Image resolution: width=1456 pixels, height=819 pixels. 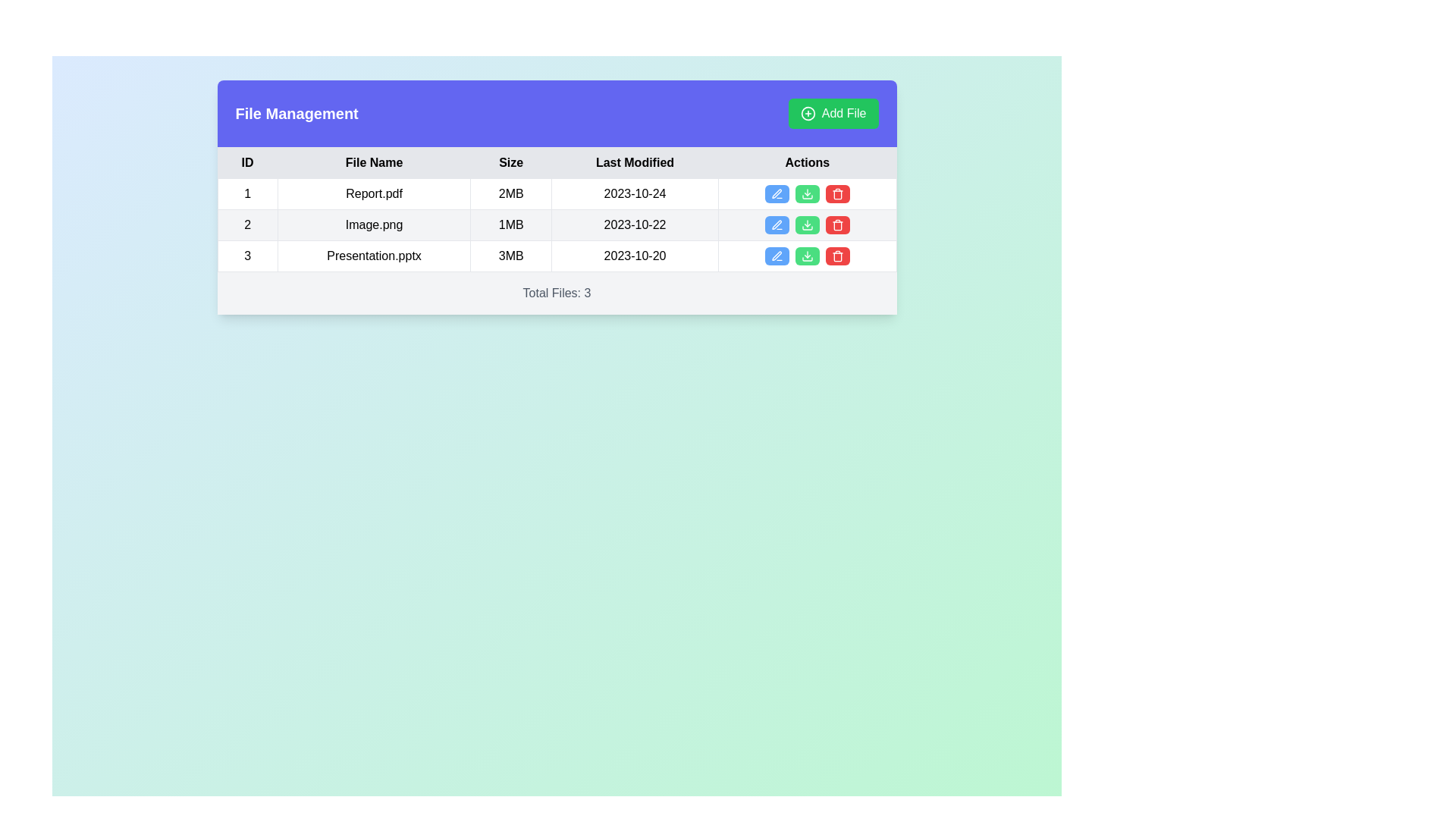 What do you see at coordinates (556, 293) in the screenshot?
I see `the static text label that provides a summary count of the total number of files listed in the table, located at the bottom of the table layout` at bounding box center [556, 293].